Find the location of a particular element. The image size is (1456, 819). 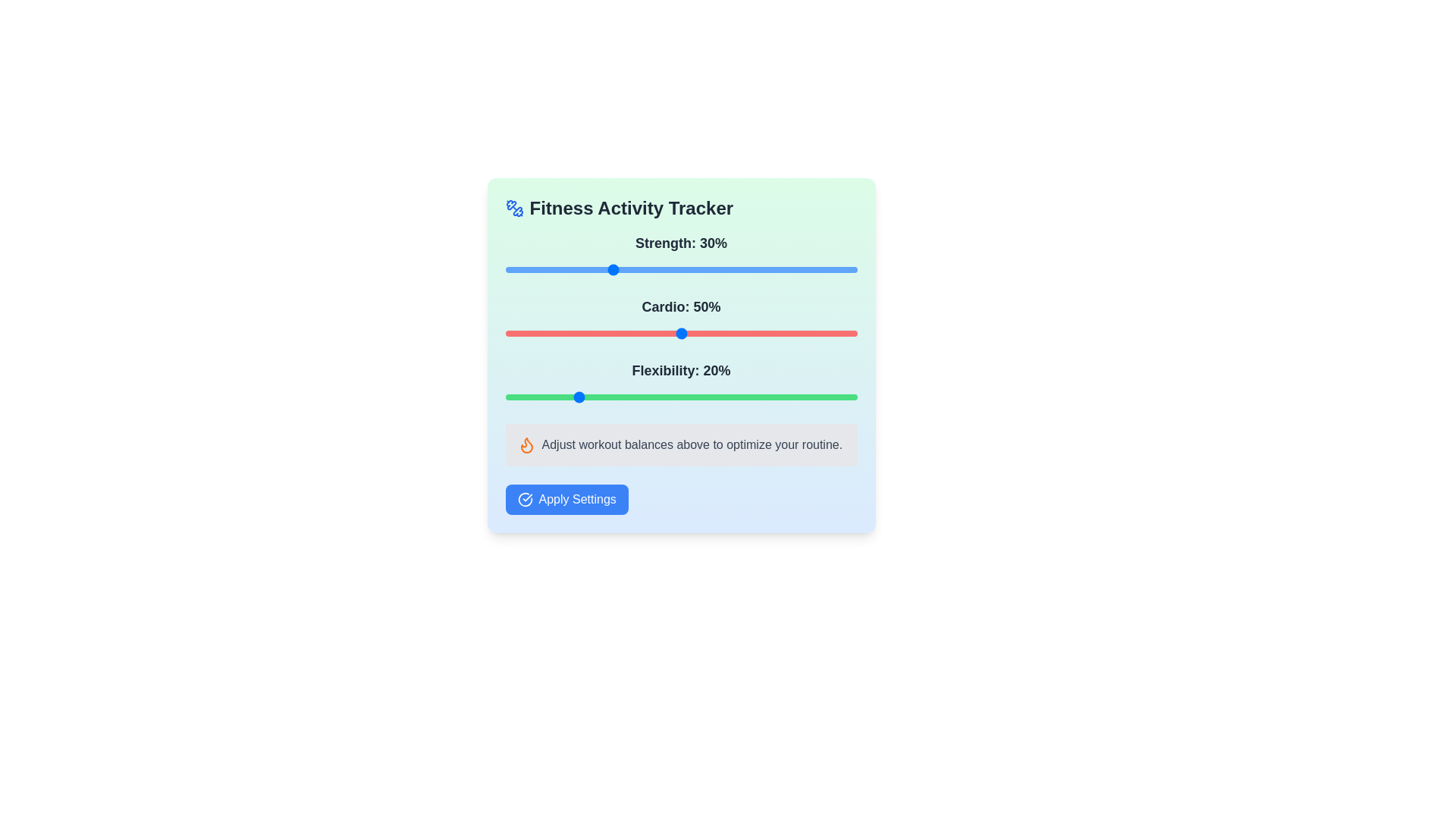

the strength value is located at coordinates (603, 268).